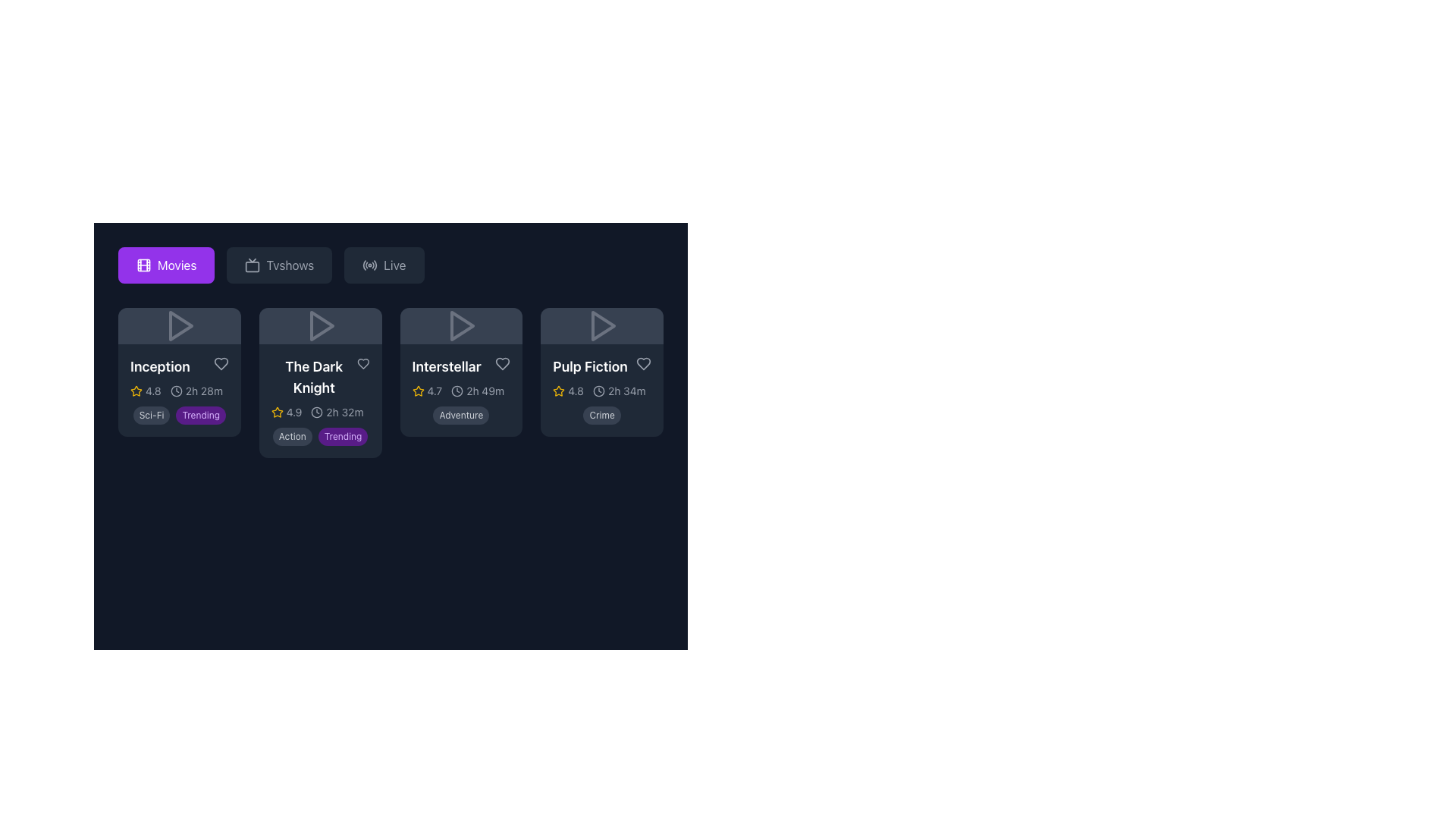  I want to click on the play icon button located in the header area of the 'Inception' movie tile to change its color, so click(180, 325).